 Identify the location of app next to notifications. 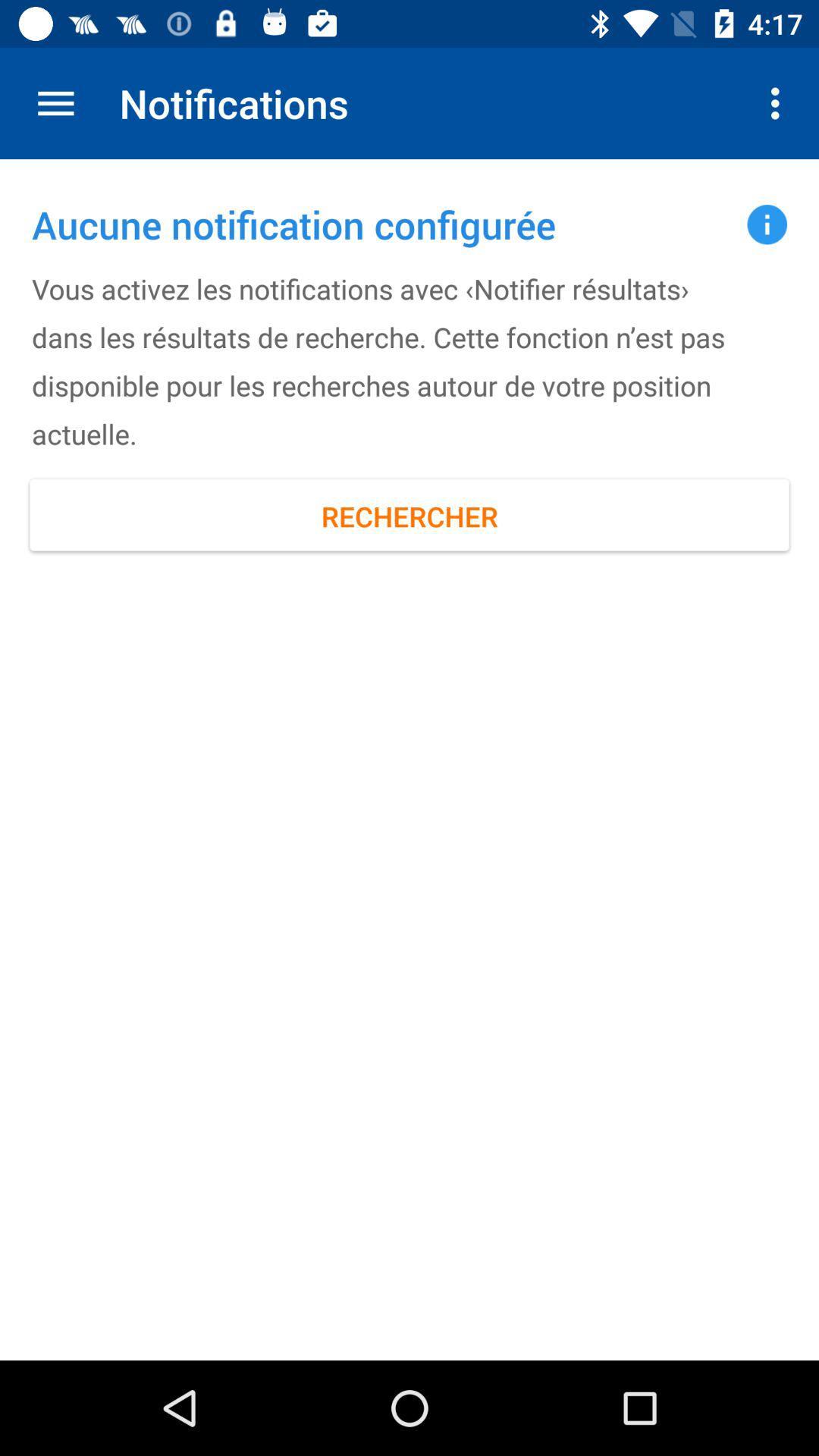
(55, 102).